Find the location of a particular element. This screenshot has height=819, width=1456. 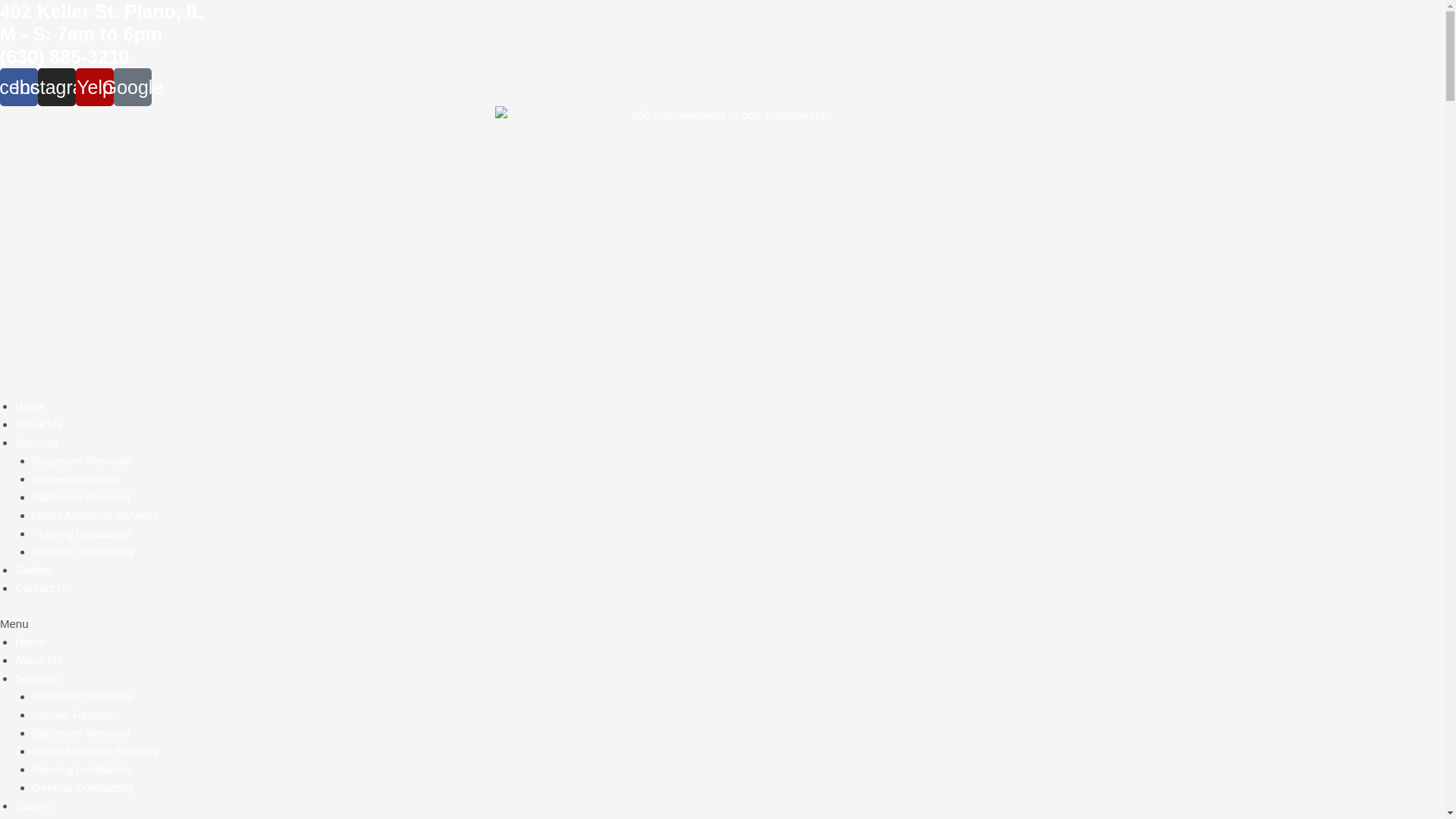

'General Contracting' is located at coordinates (82, 551).